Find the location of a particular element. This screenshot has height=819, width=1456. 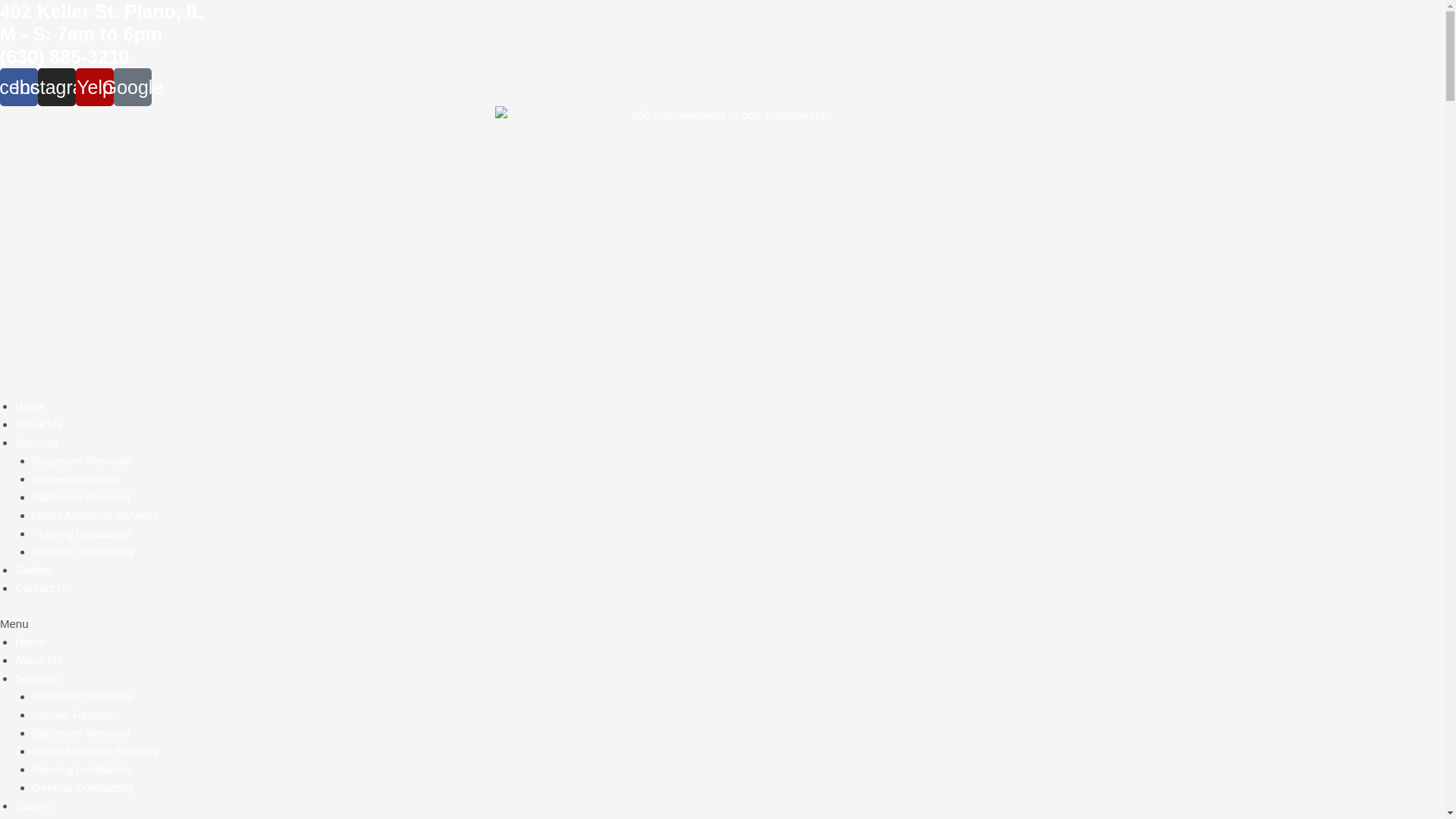

'General Contracting' is located at coordinates (82, 551).